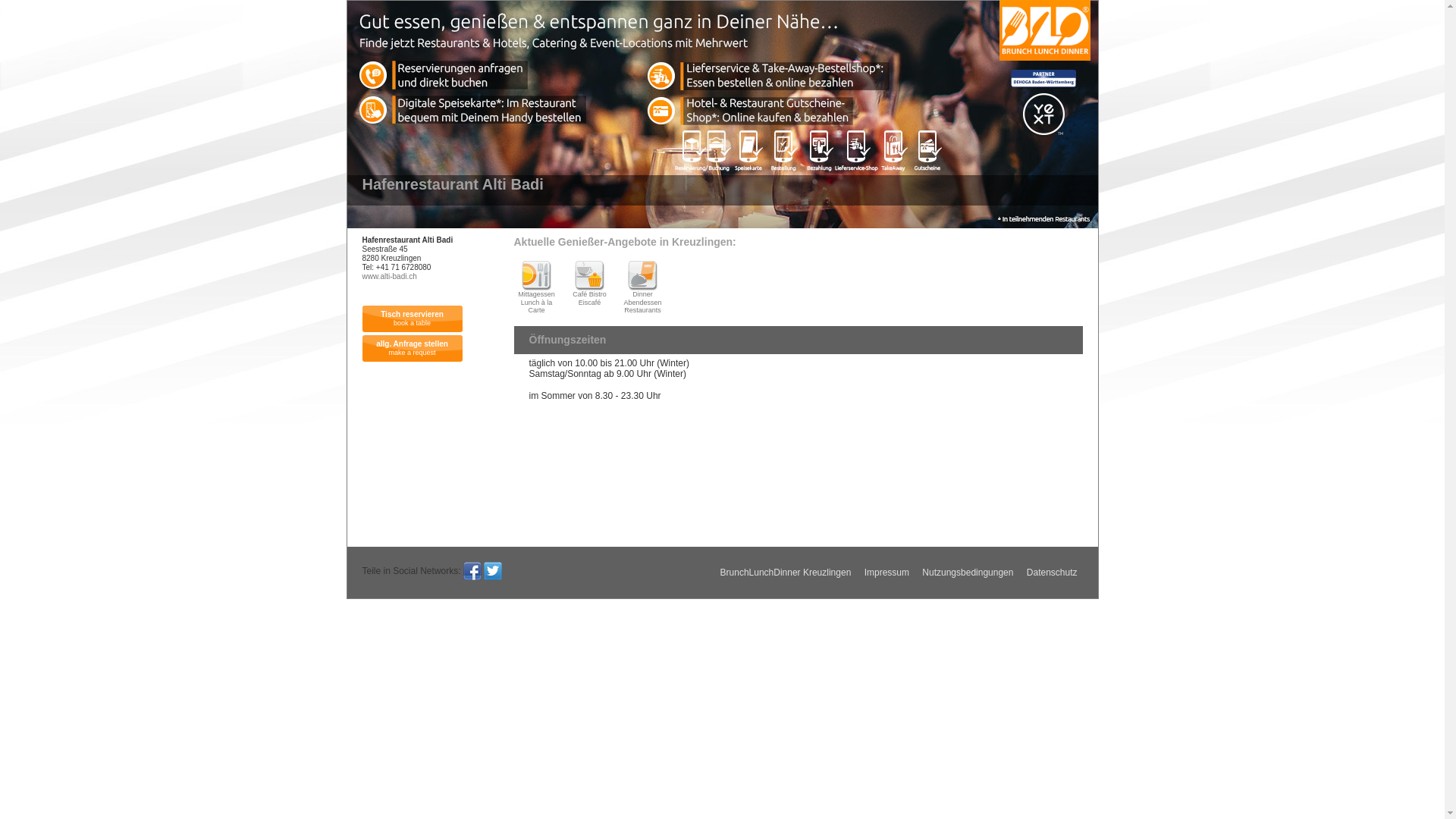 This screenshot has width=1456, height=819. I want to click on 'allg. Anfrage stellen, so click(412, 348).